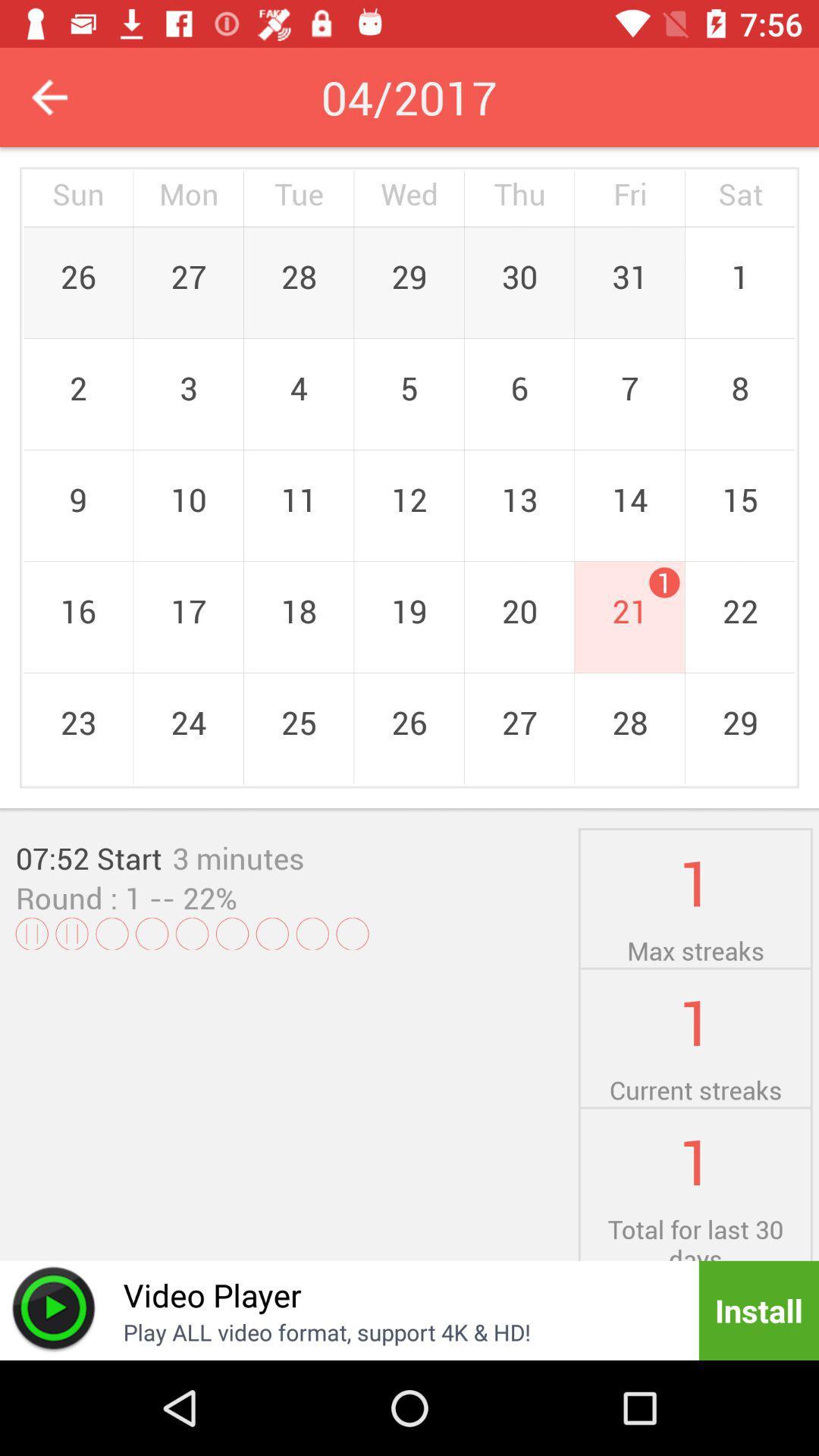  What do you see at coordinates (238, 858) in the screenshot?
I see `the 3 minutes icon` at bounding box center [238, 858].